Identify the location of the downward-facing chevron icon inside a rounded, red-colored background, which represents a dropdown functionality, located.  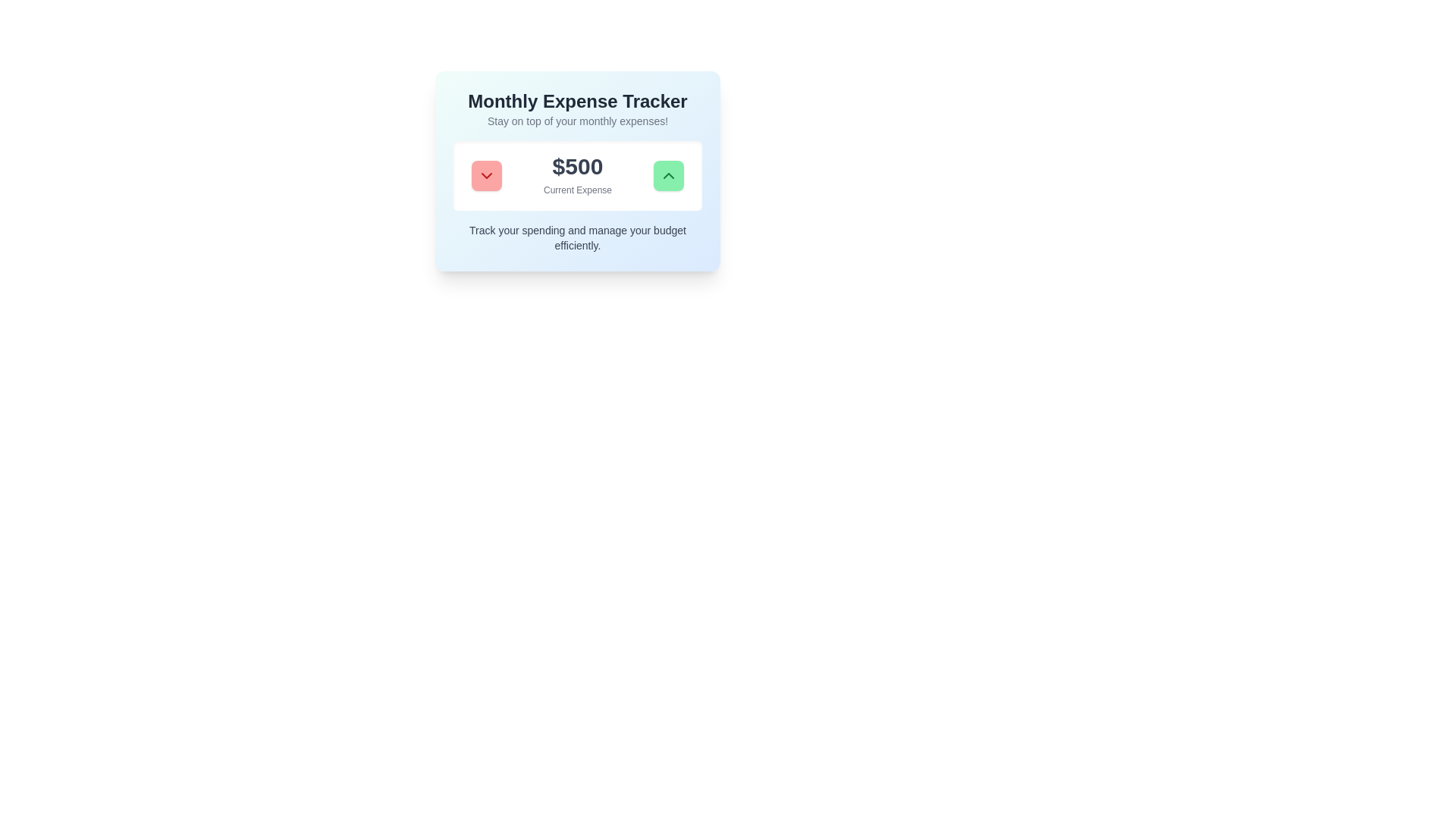
(487, 174).